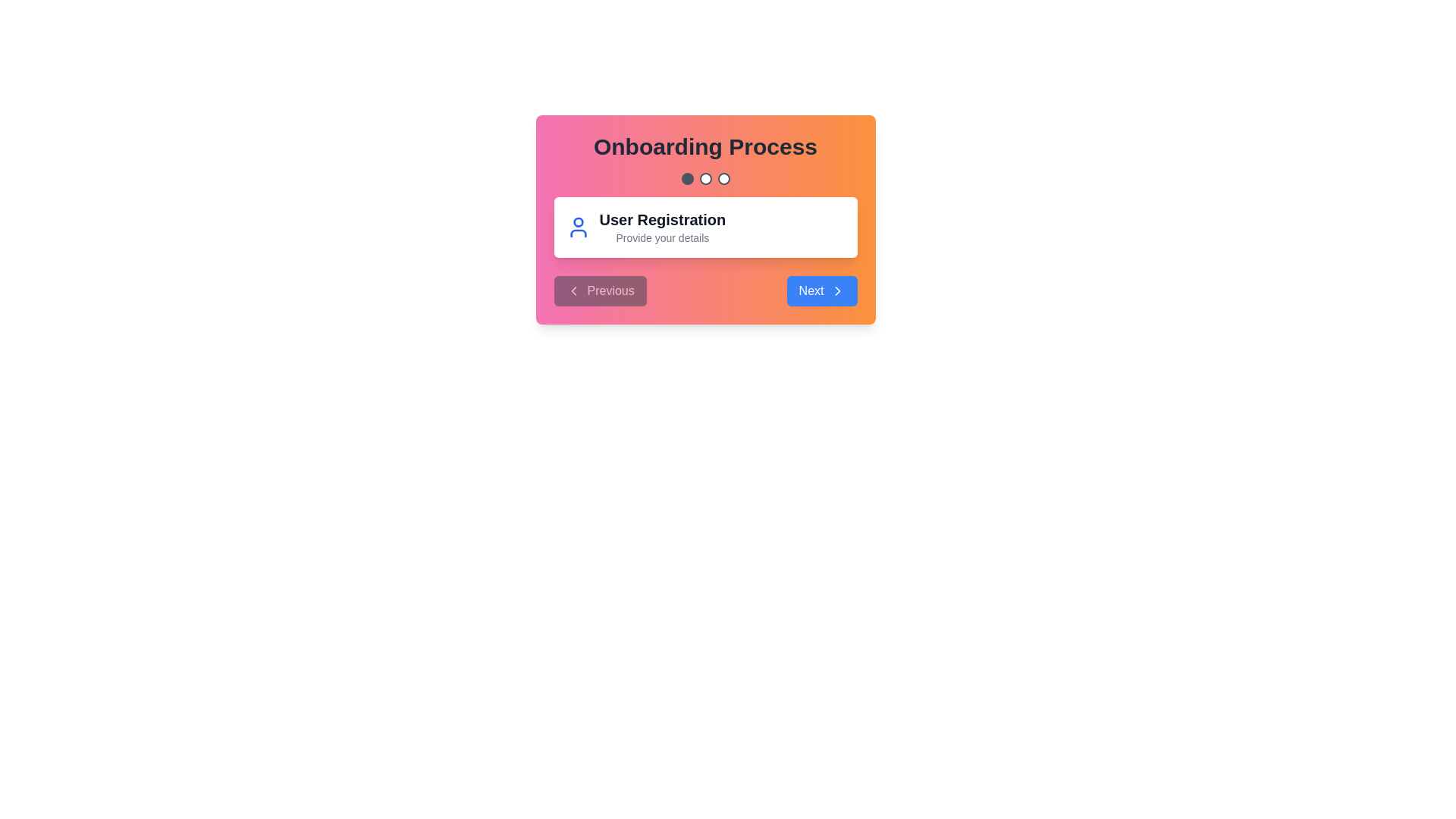 Image resolution: width=1456 pixels, height=819 pixels. Describe the element at coordinates (704, 227) in the screenshot. I see `the section header that indicates 'User Registration' in the onboarding process, located at the top center of the white card` at that location.